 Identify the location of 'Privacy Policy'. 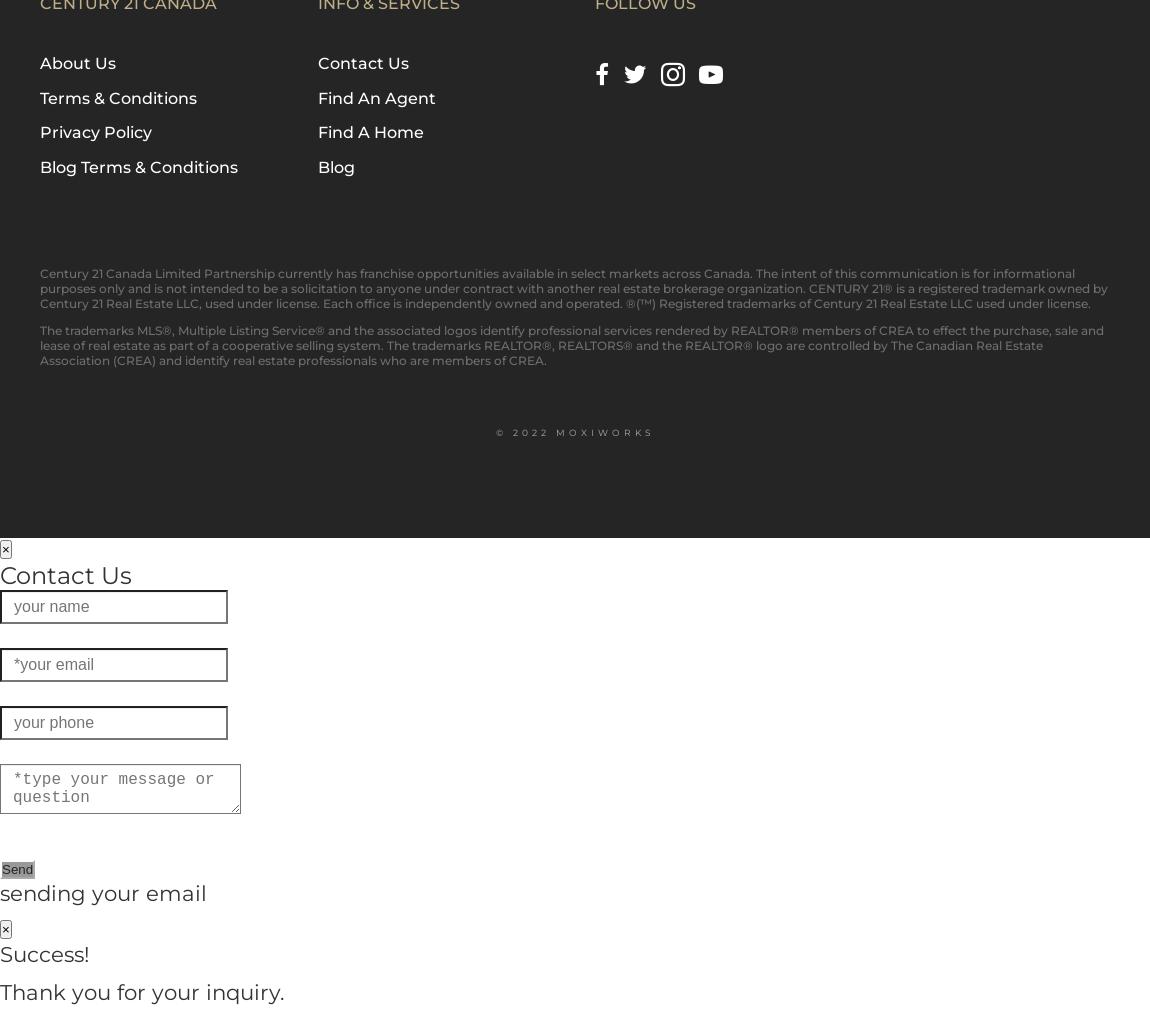
(95, 131).